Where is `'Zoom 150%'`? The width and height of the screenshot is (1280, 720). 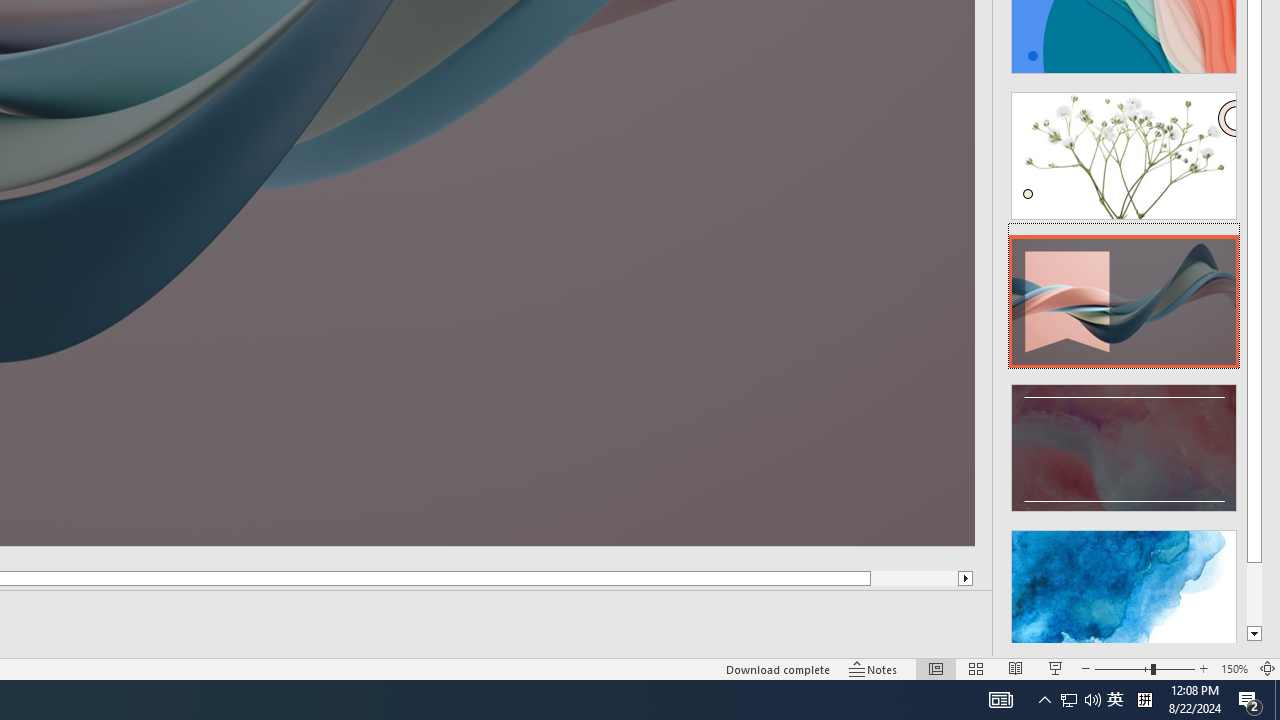
'Zoom 150%' is located at coordinates (1233, 669).